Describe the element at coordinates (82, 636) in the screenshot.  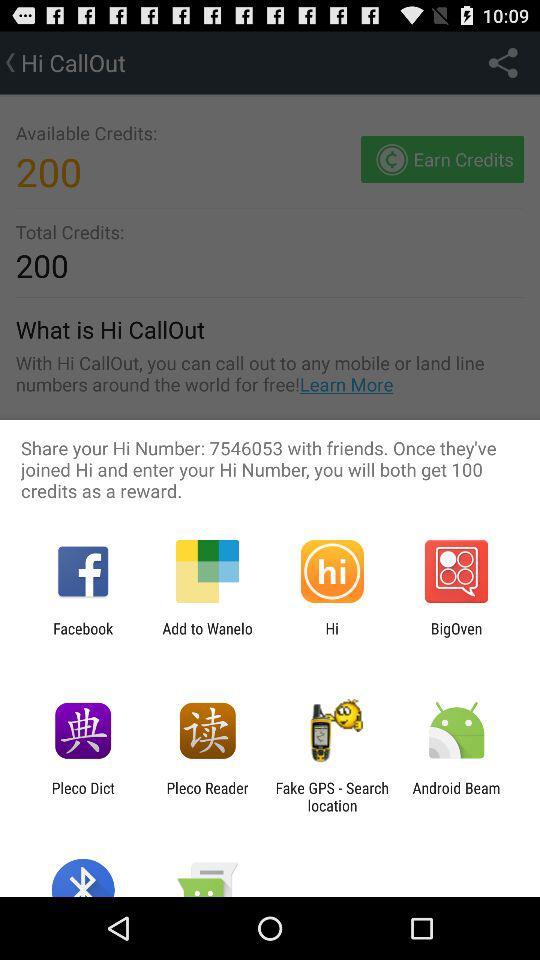
I see `the facebook icon` at that location.